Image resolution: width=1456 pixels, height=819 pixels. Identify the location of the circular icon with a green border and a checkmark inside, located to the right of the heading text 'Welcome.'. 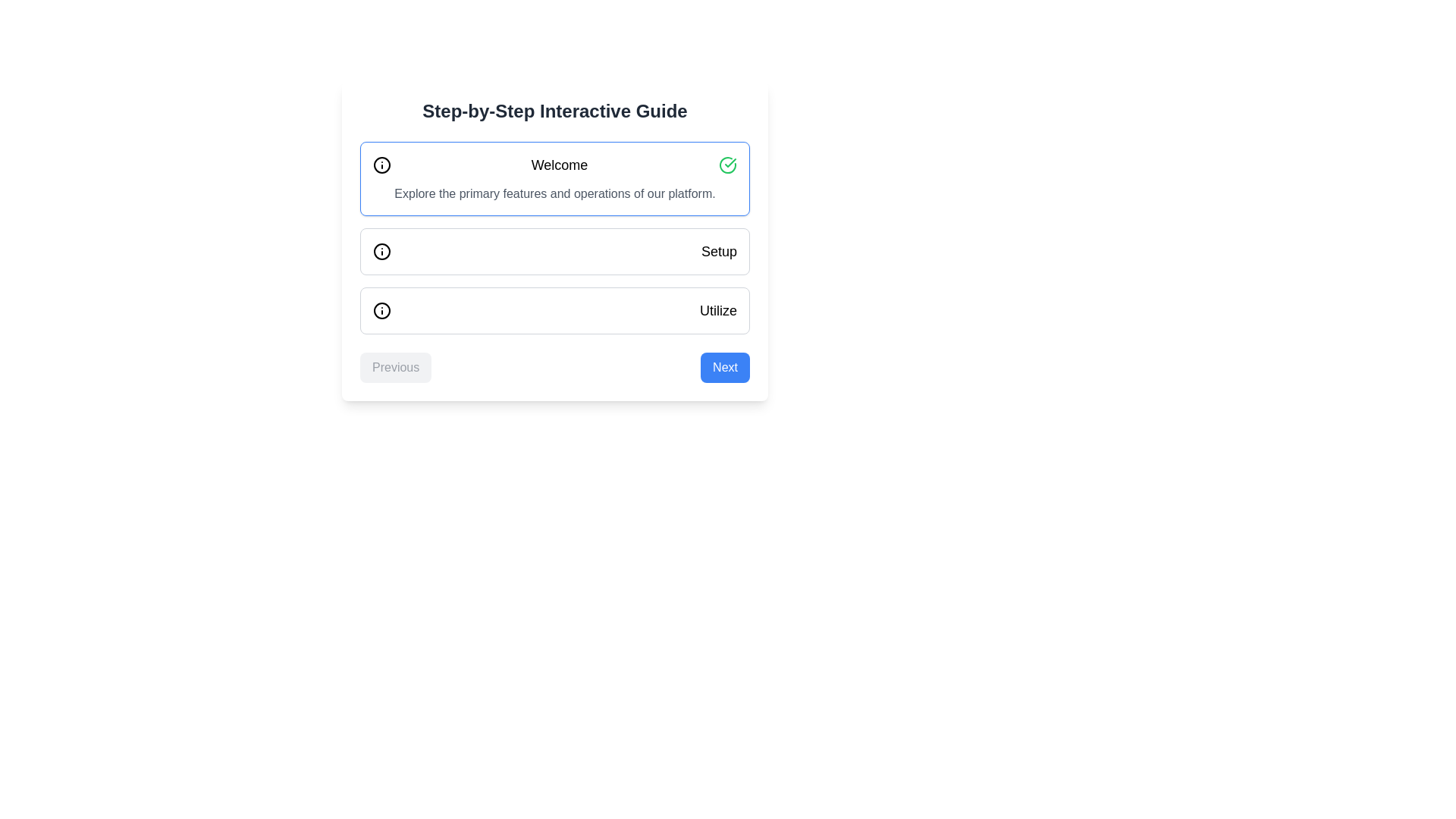
(728, 165).